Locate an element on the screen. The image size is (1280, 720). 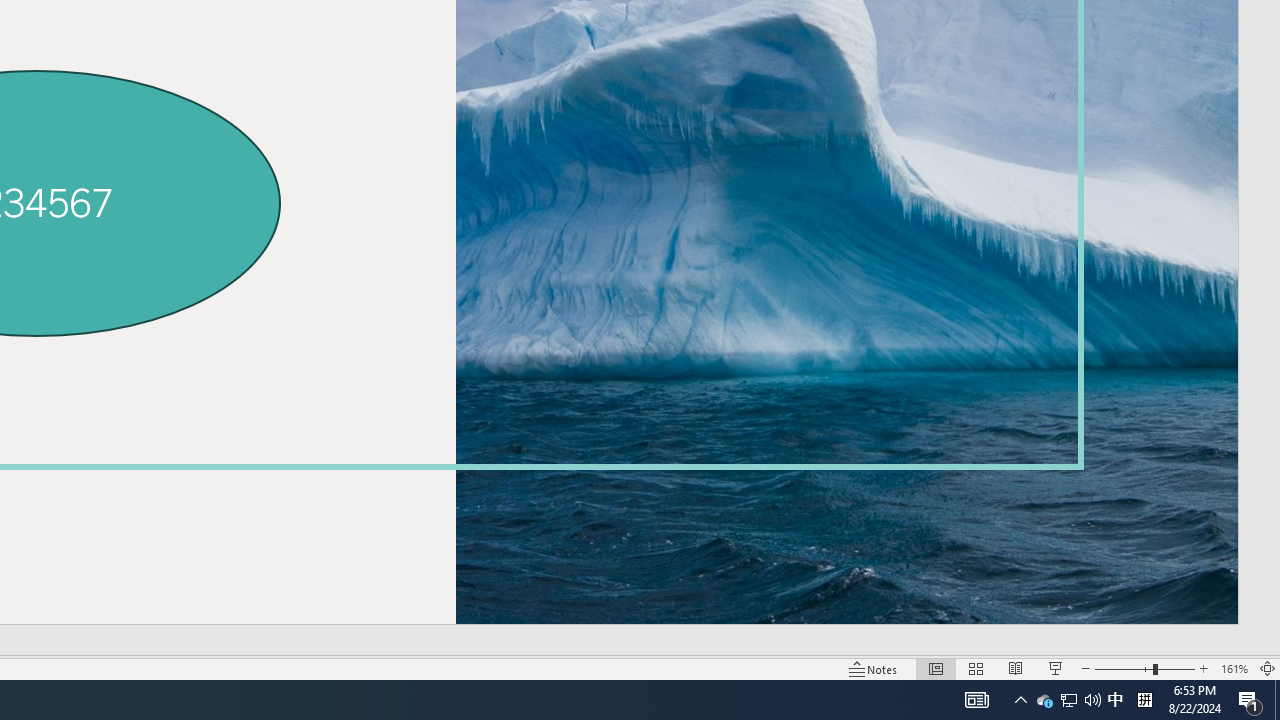
'Notes ' is located at coordinates (874, 669).